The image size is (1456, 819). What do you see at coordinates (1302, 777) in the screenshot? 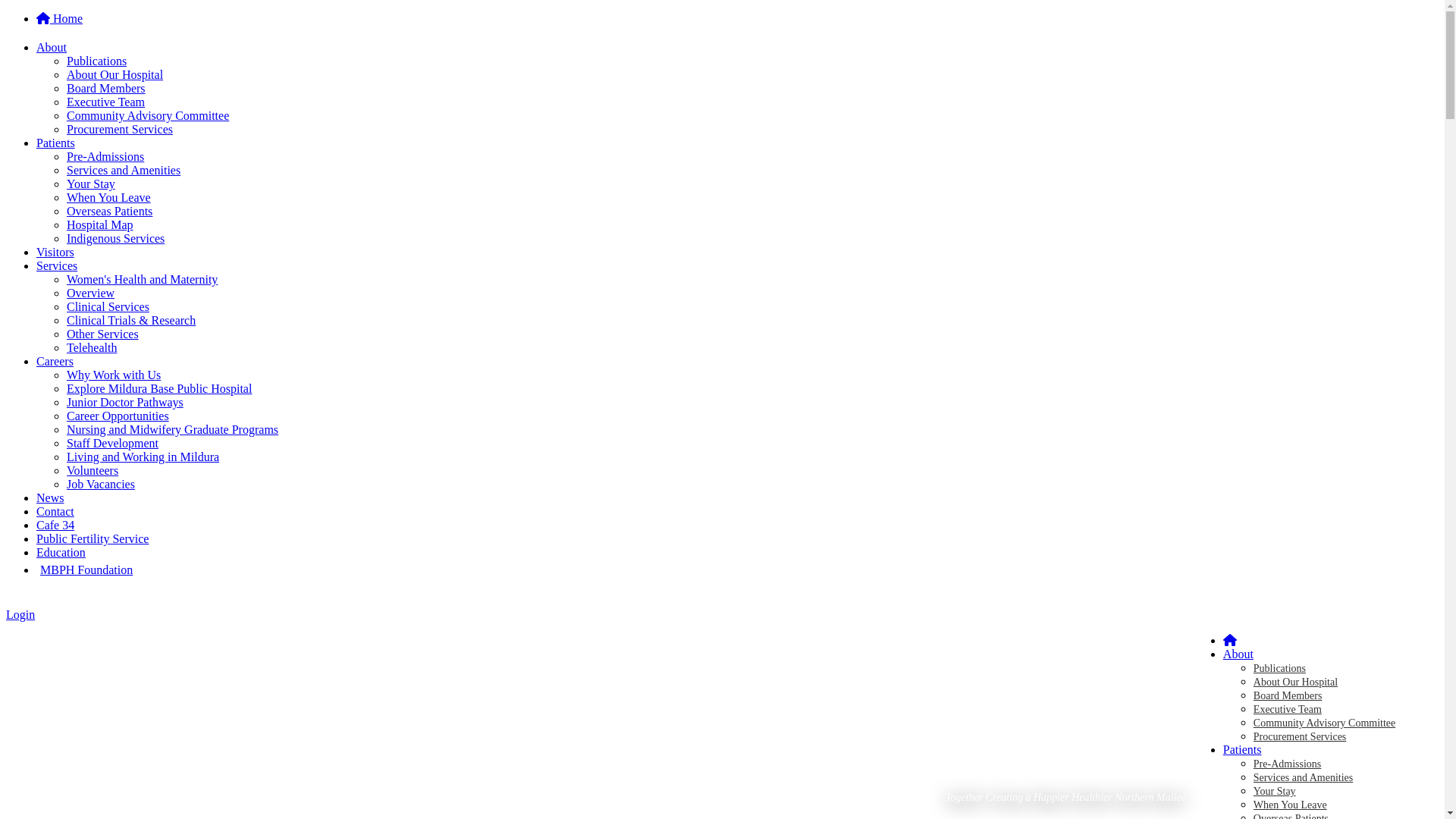
I see `'Services and Amenities'` at bounding box center [1302, 777].